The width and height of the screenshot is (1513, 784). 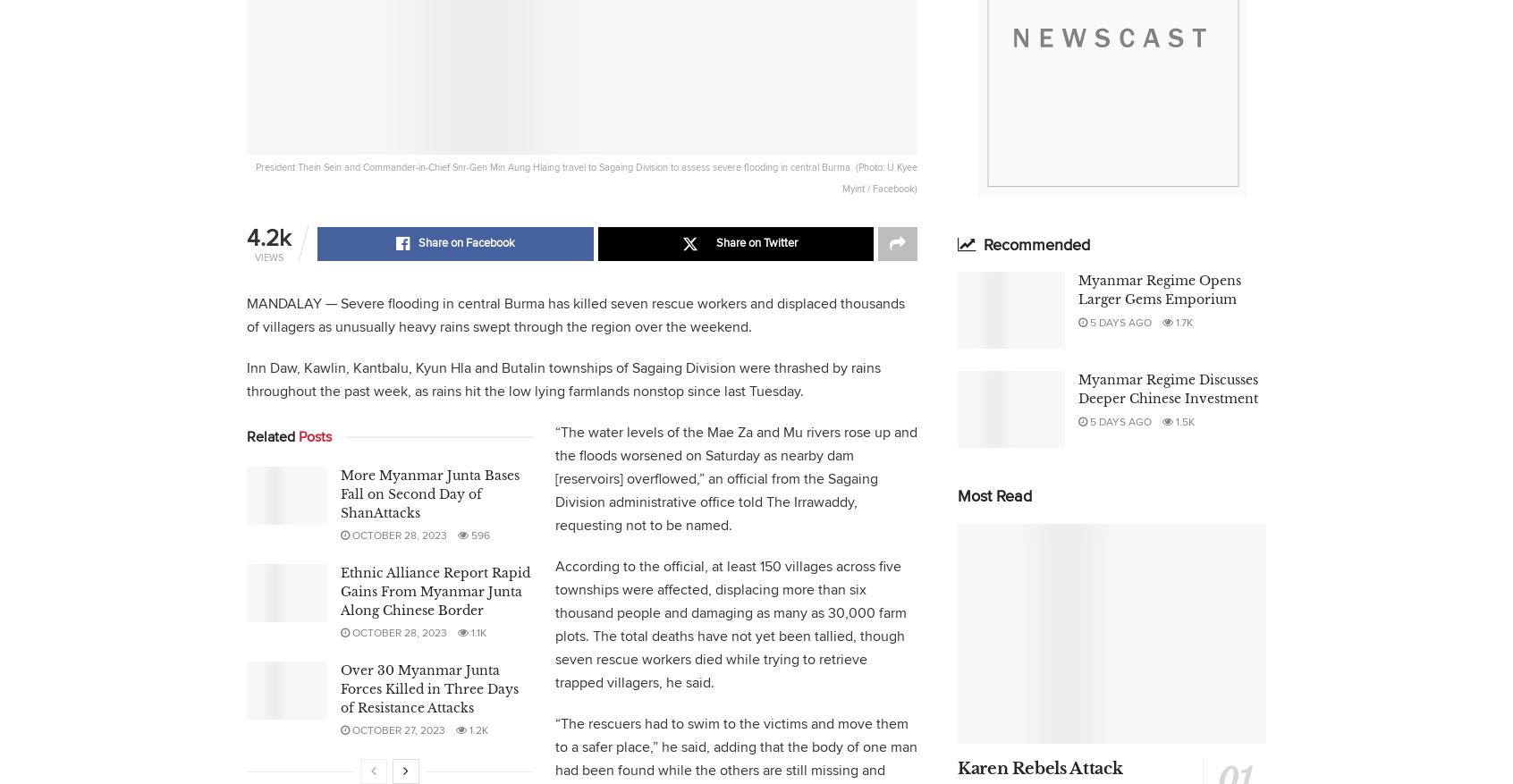 What do you see at coordinates (477, 632) in the screenshot?
I see `'1.1k'` at bounding box center [477, 632].